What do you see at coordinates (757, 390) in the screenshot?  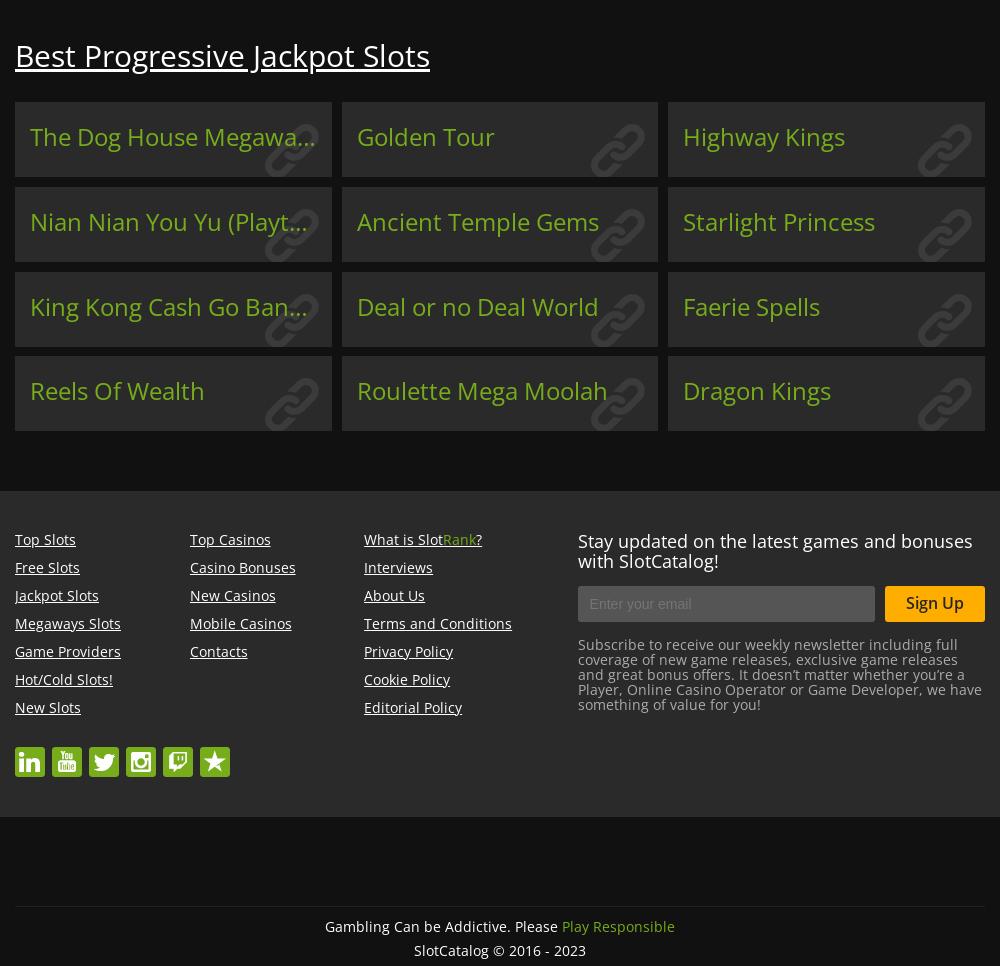 I see `'Dragon Kings'` at bounding box center [757, 390].